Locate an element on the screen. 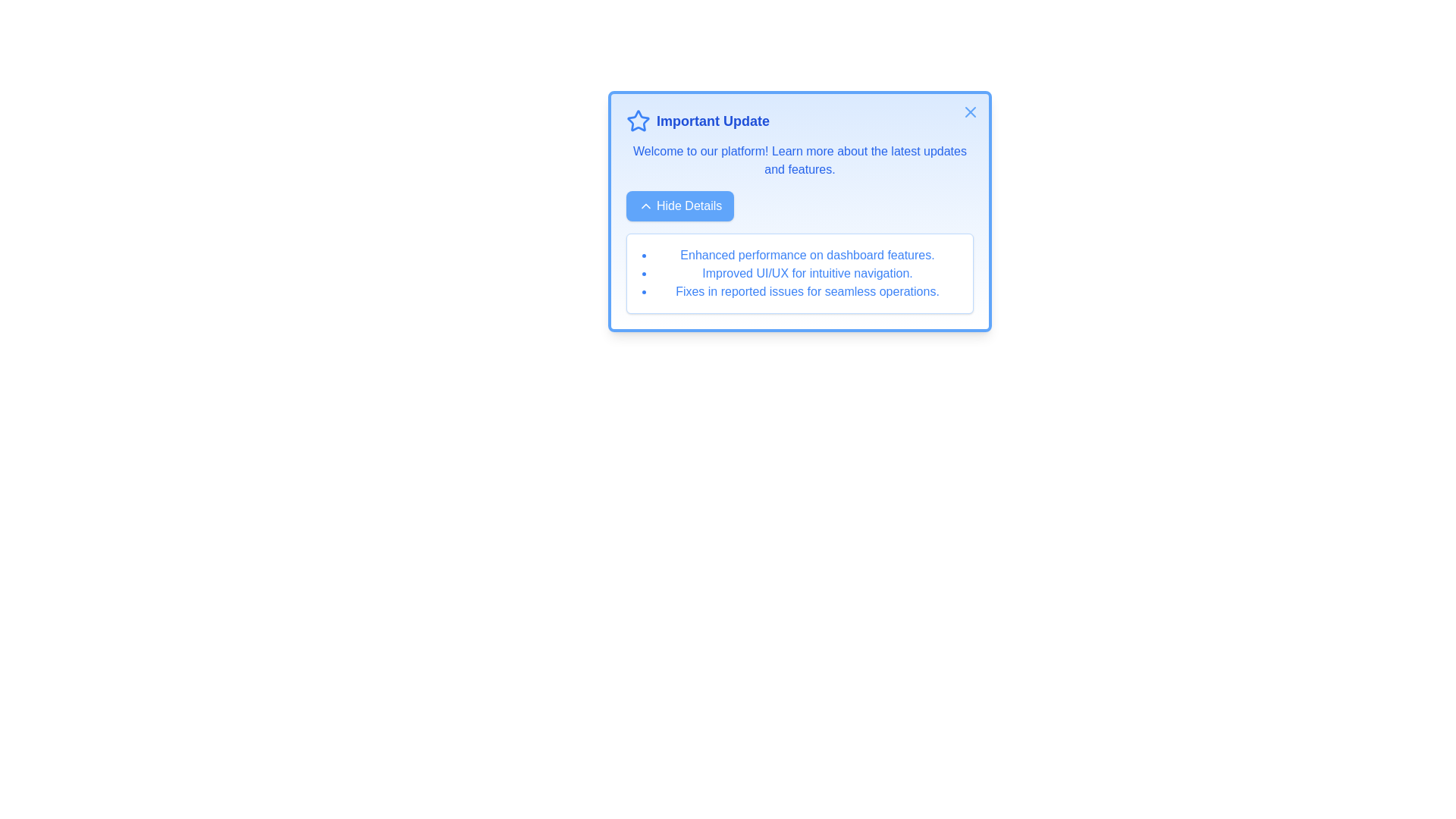 The width and height of the screenshot is (1456, 819). the close button in the top-right corner of the alert is located at coordinates (971, 111).